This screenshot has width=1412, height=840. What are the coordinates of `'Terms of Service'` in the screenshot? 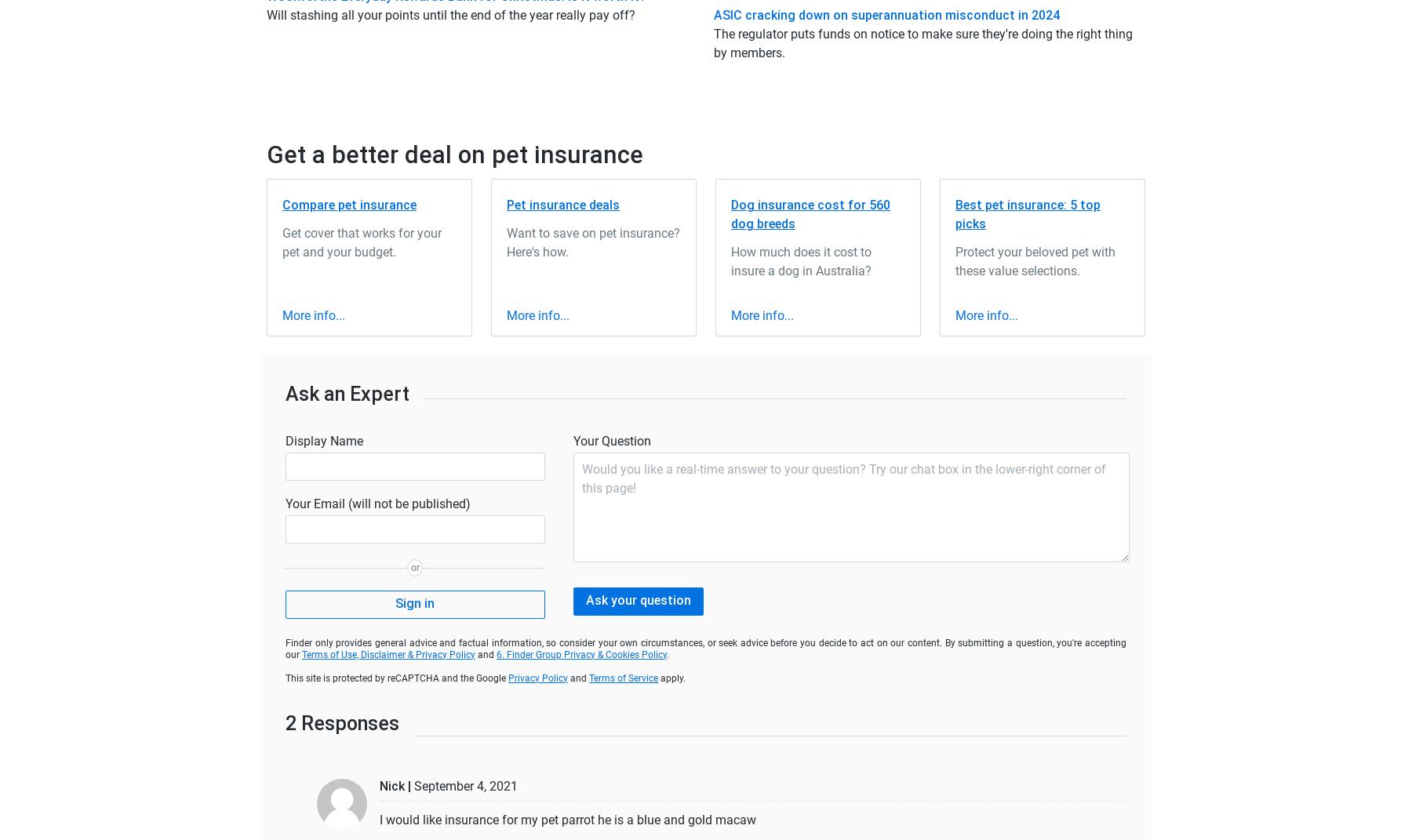 It's located at (624, 677).